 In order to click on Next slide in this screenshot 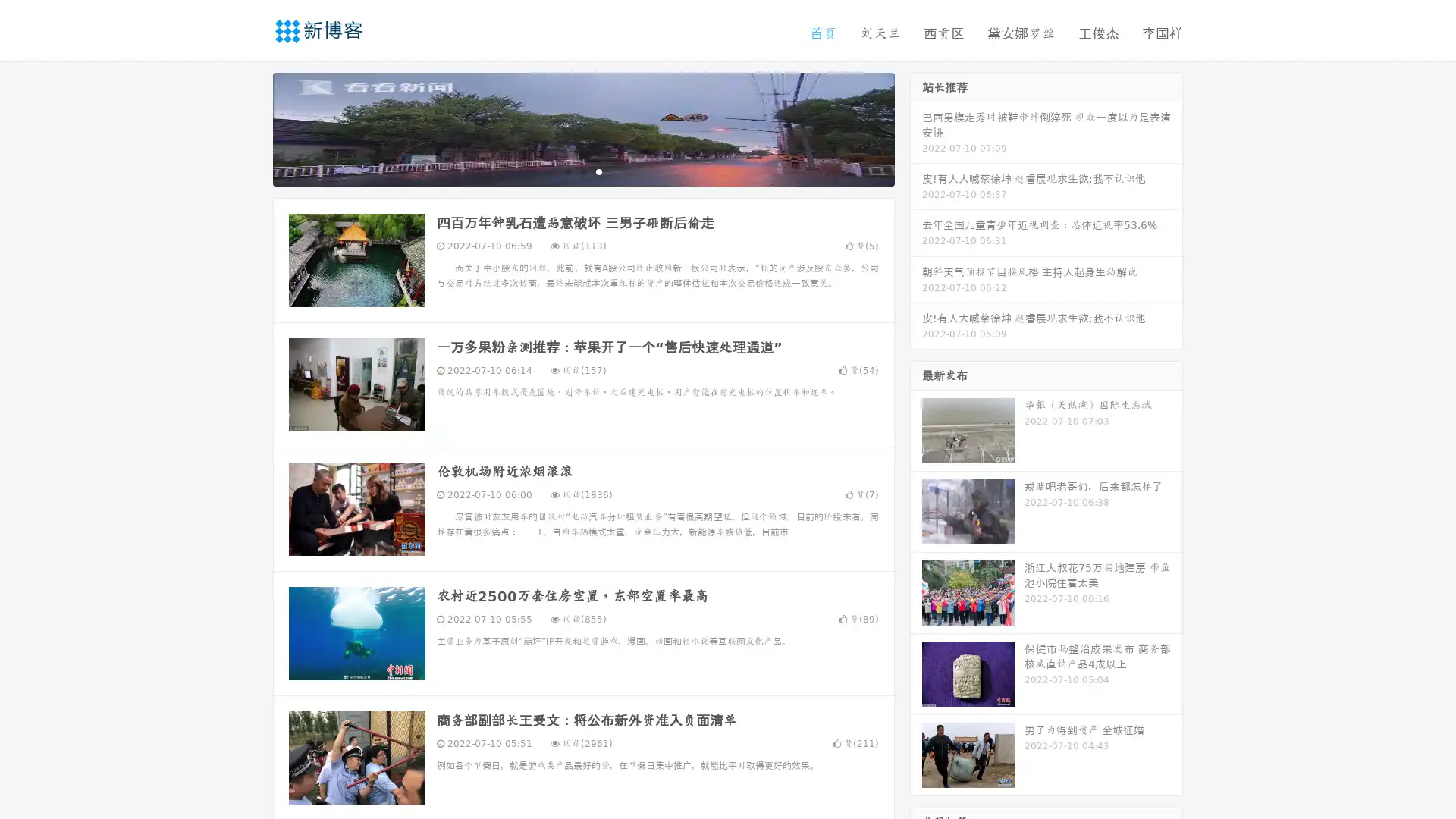, I will do `click(916, 127)`.